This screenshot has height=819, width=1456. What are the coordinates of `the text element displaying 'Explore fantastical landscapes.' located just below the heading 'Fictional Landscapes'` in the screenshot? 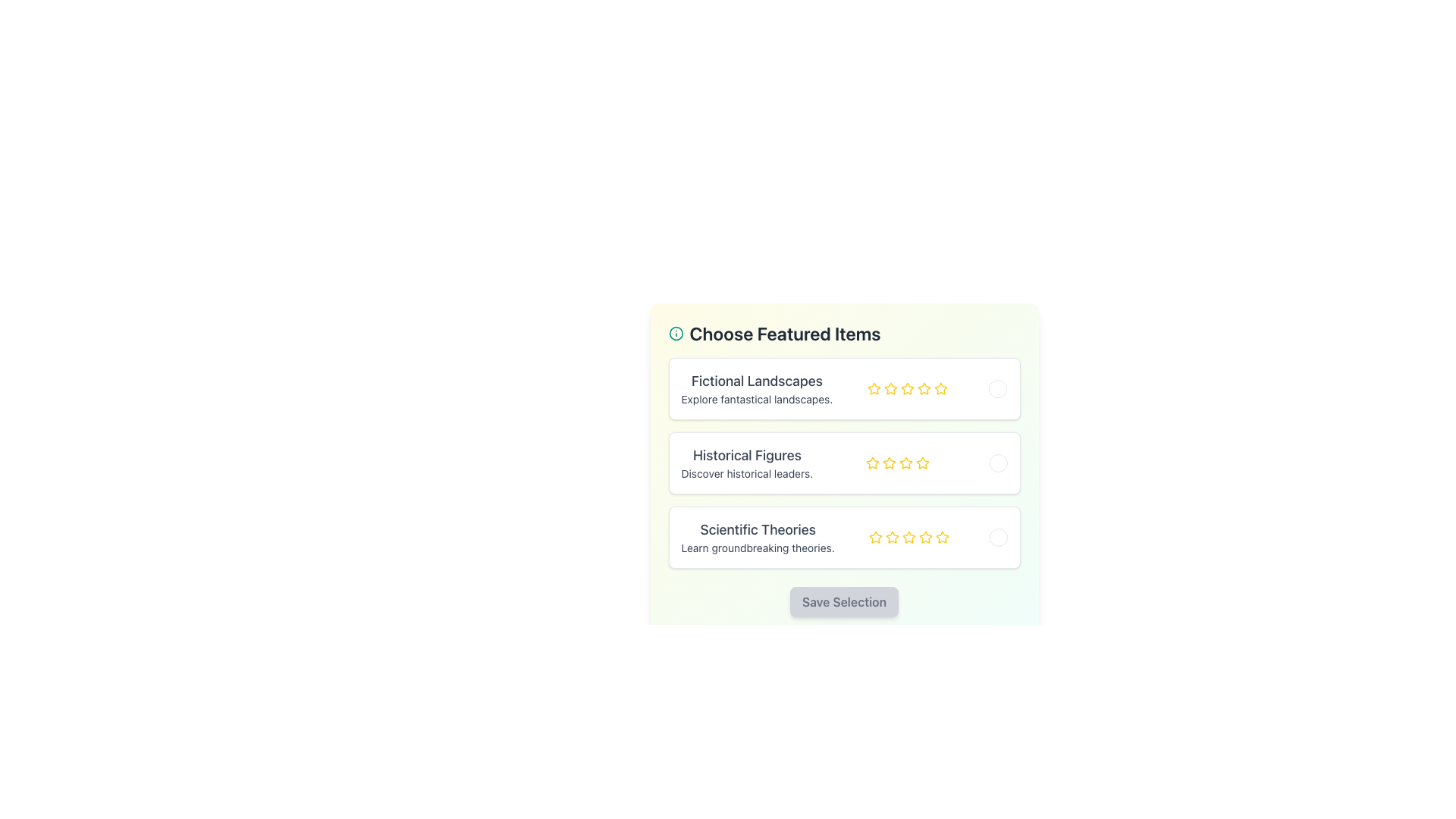 It's located at (757, 399).